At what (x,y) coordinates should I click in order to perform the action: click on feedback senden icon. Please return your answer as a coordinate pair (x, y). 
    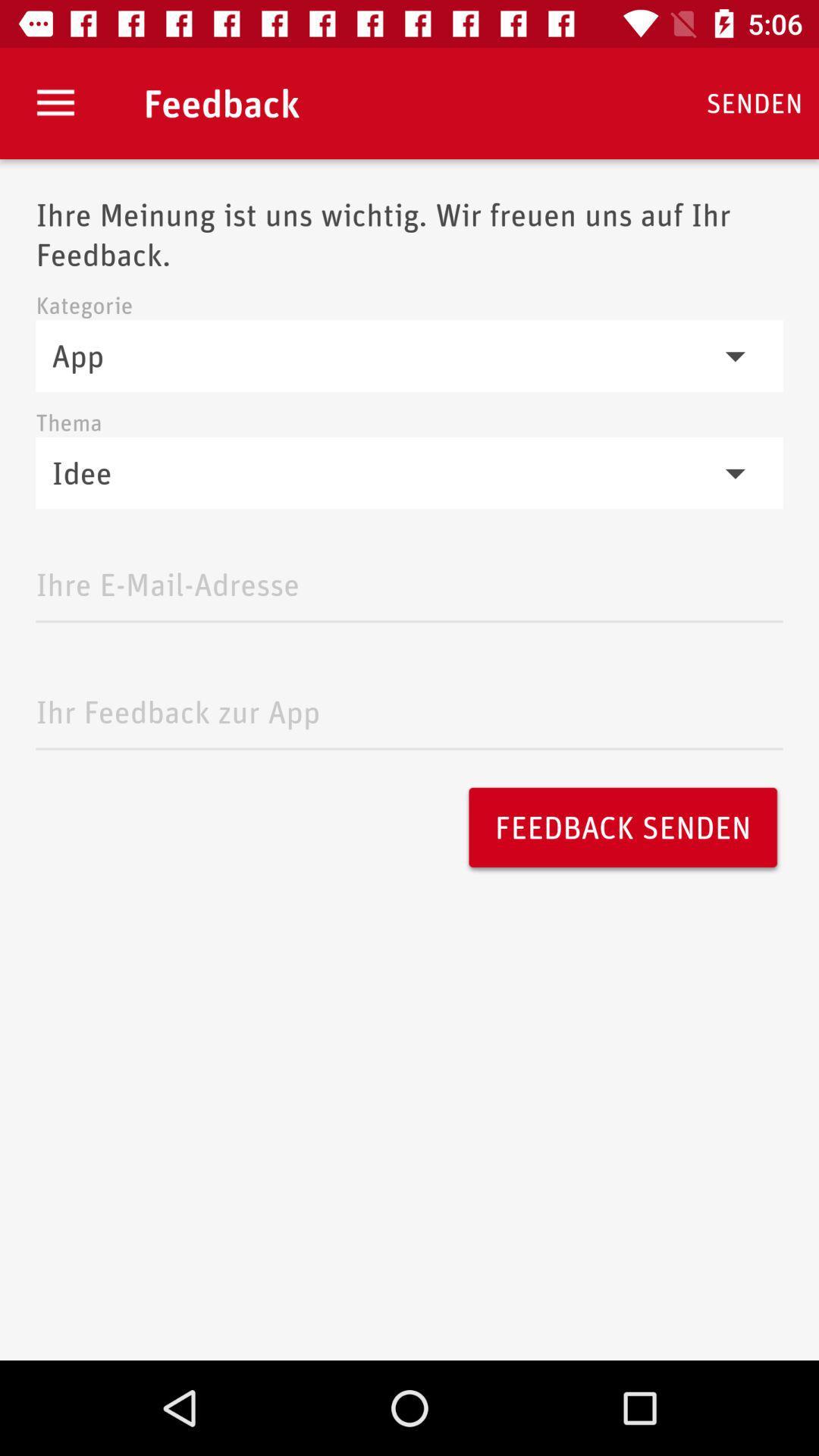
    Looking at the image, I should click on (623, 827).